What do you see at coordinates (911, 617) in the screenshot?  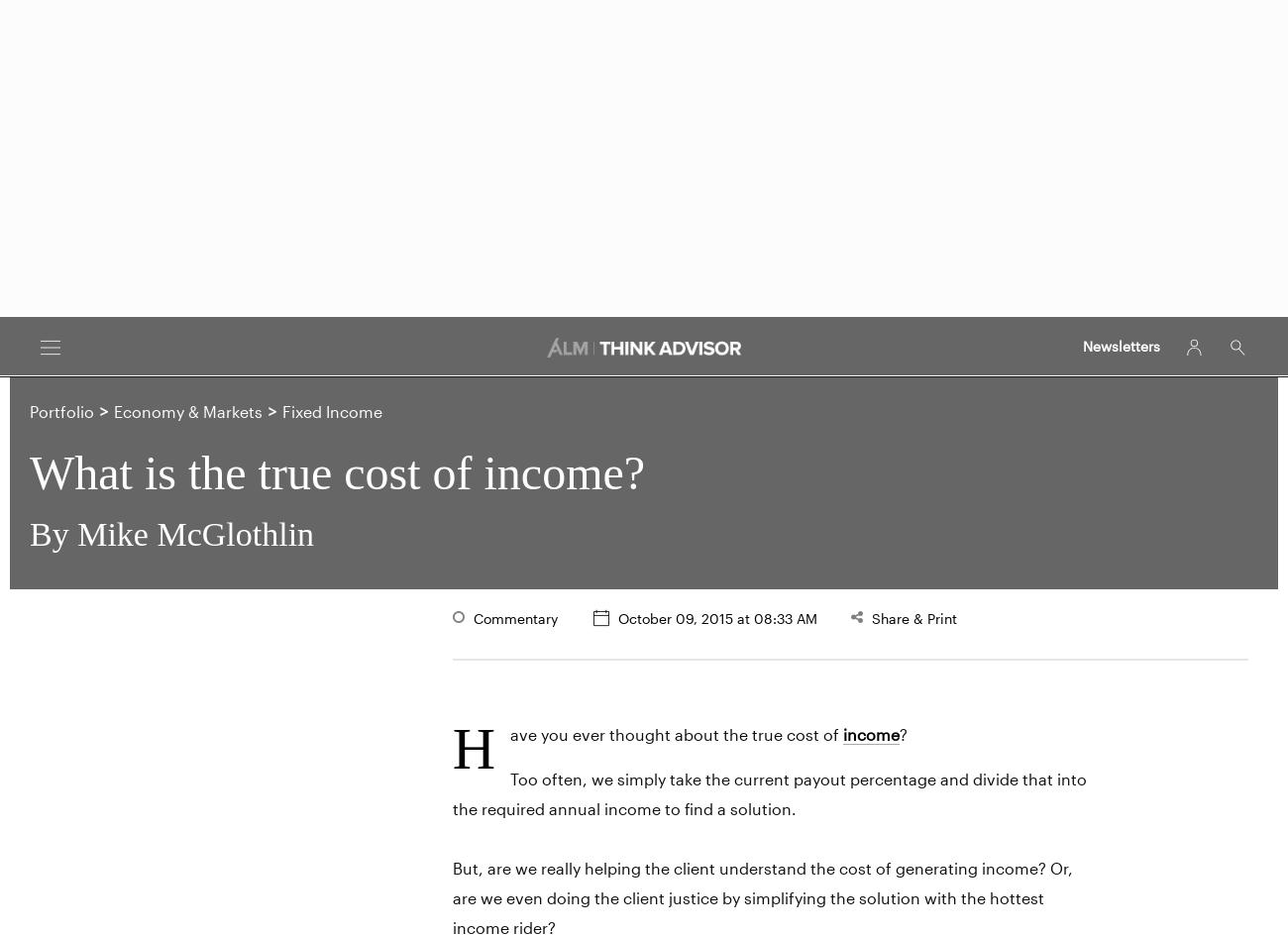 I see `'Share & Print'` at bounding box center [911, 617].